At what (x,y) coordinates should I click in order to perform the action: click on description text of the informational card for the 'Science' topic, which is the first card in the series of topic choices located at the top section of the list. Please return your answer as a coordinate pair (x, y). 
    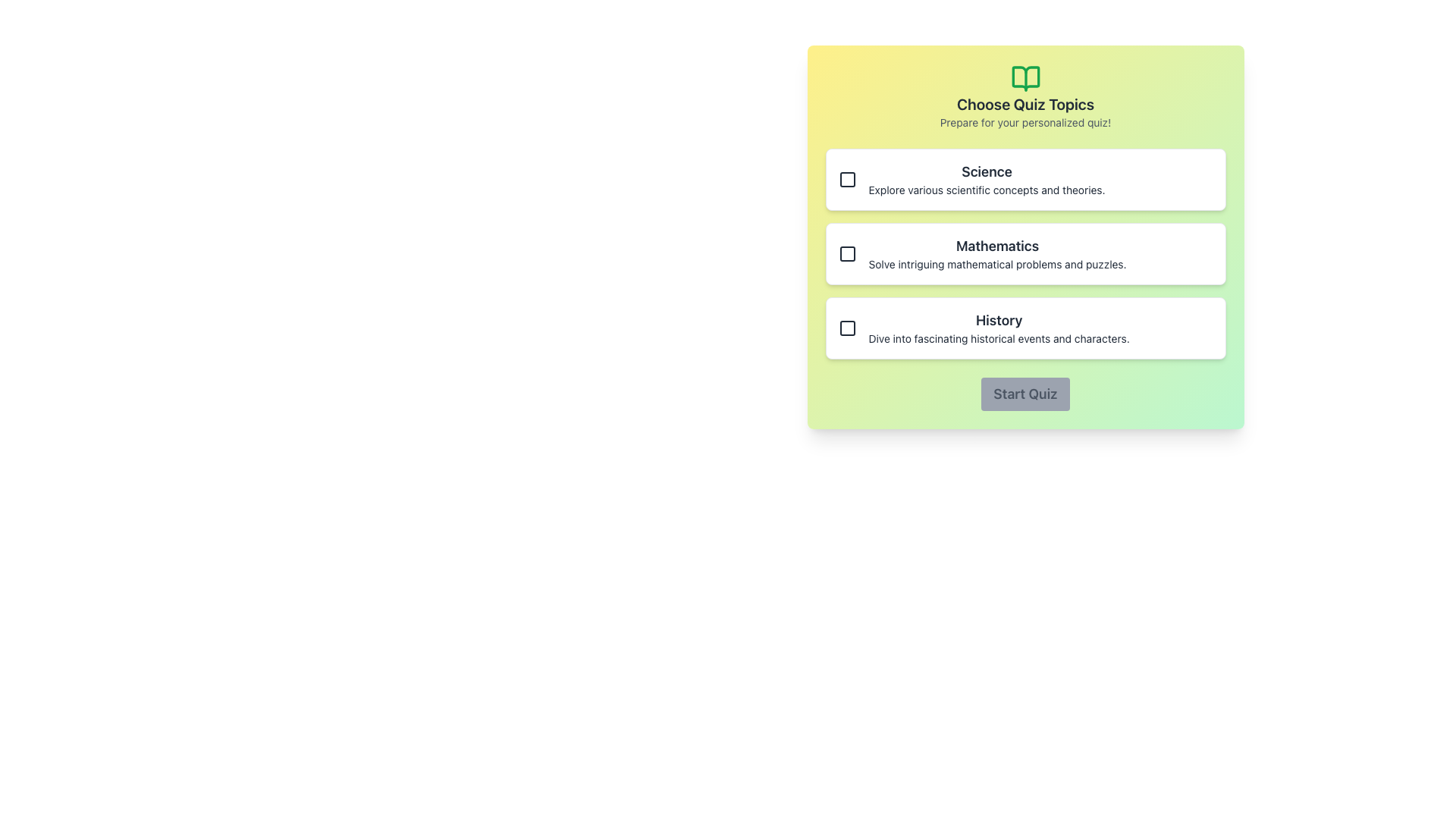
    Looking at the image, I should click on (987, 178).